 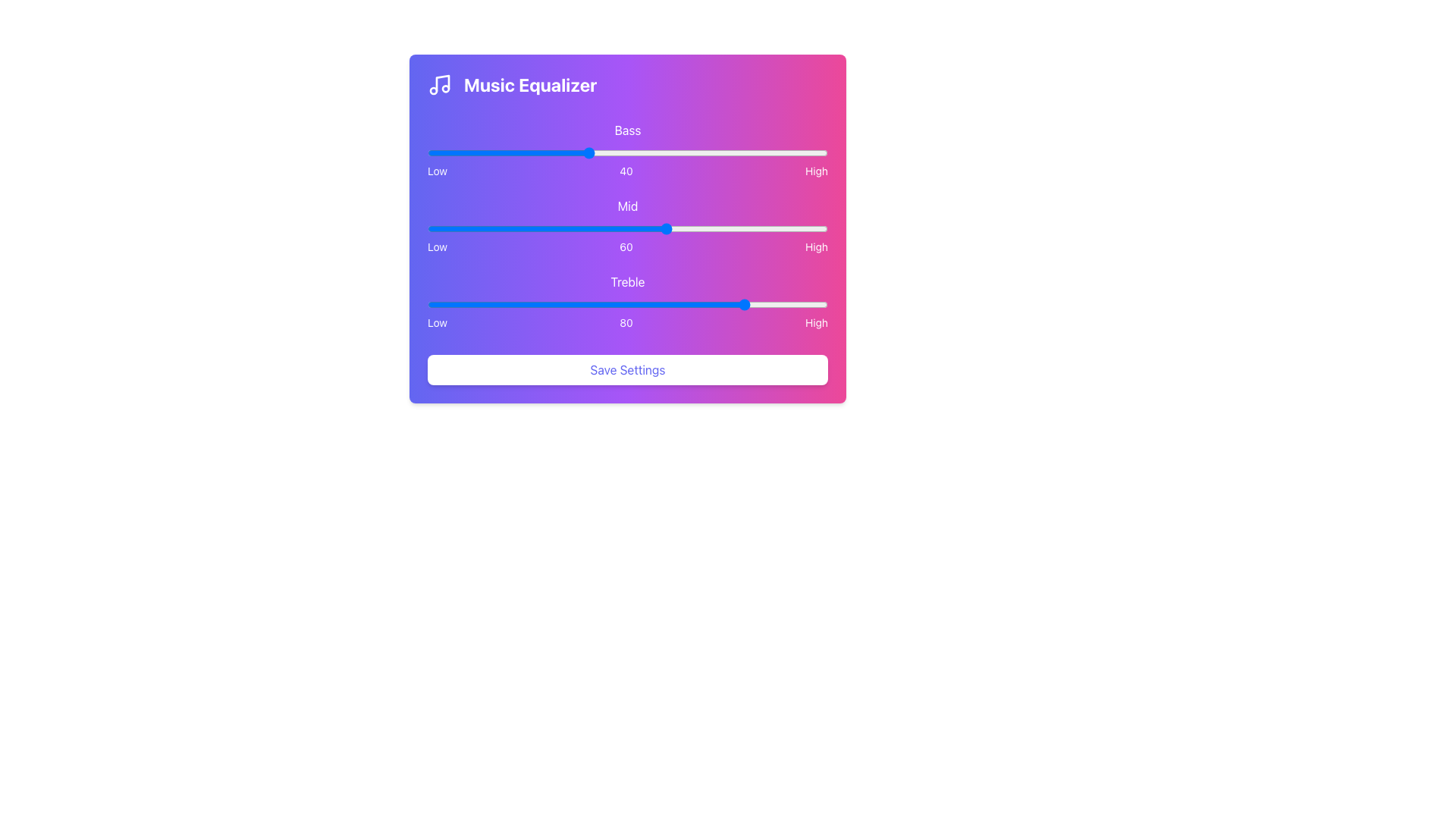 What do you see at coordinates (626, 246) in the screenshot?
I see `the Static Text Label displaying the number '60', which is centrally positioned between the labels 'Low' and 'High'` at bounding box center [626, 246].